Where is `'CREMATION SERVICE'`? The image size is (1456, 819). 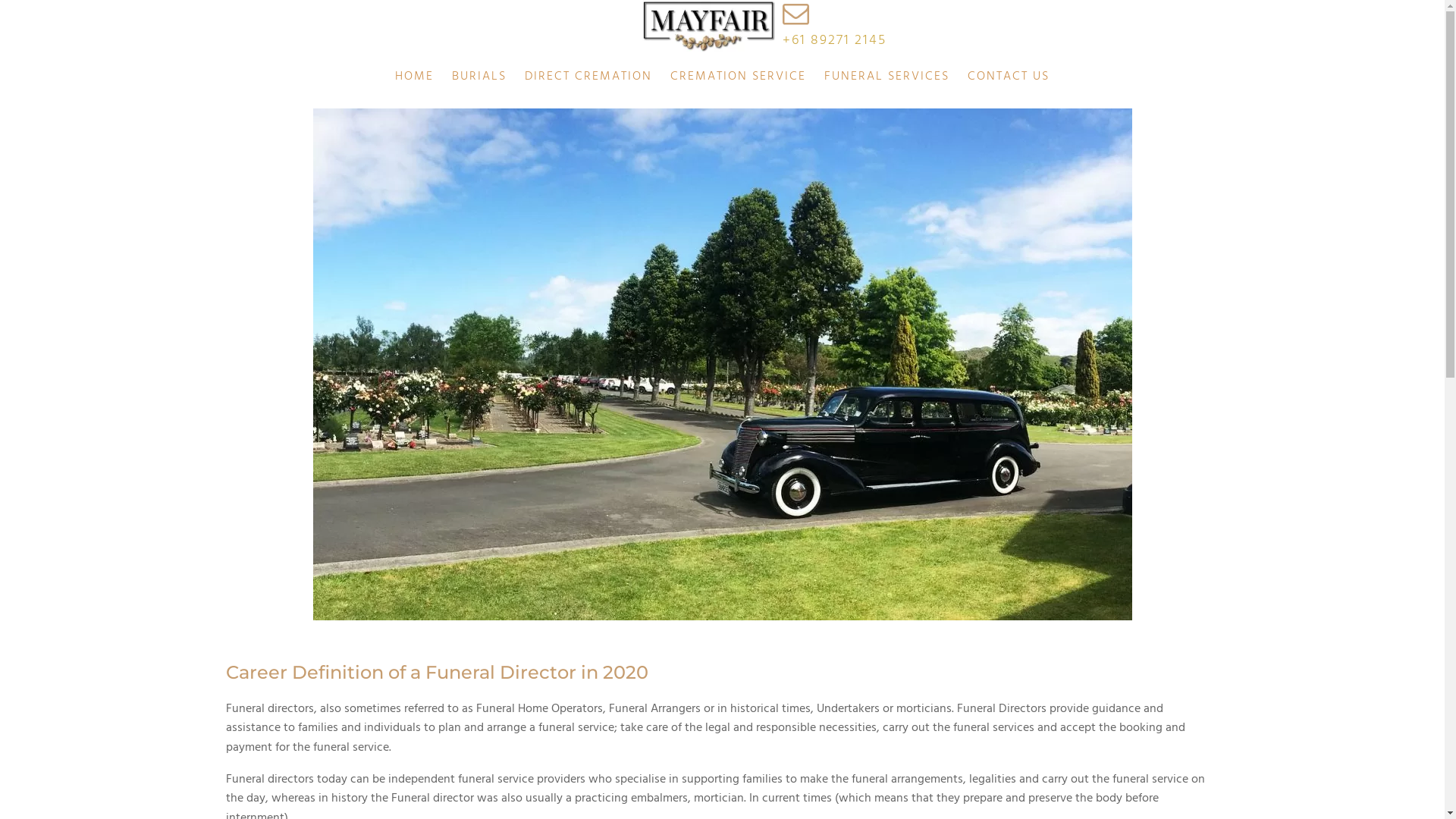 'CREMATION SERVICE' is located at coordinates (738, 77).